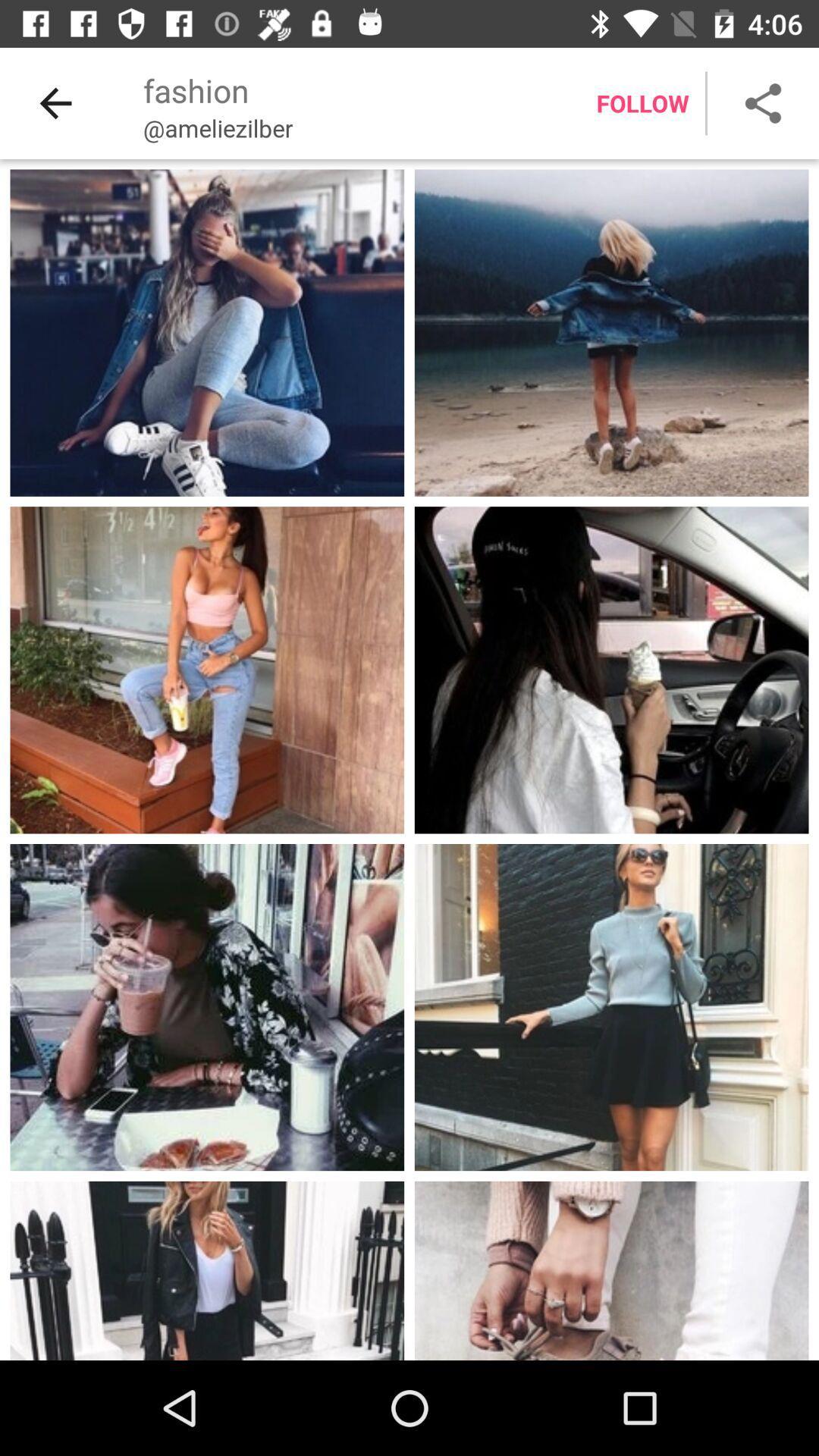 The height and width of the screenshot is (1456, 819). What do you see at coordinates (55, 102) in the screenshot?
I see `icon next to fashion icon` at bounding box center [55, 102].